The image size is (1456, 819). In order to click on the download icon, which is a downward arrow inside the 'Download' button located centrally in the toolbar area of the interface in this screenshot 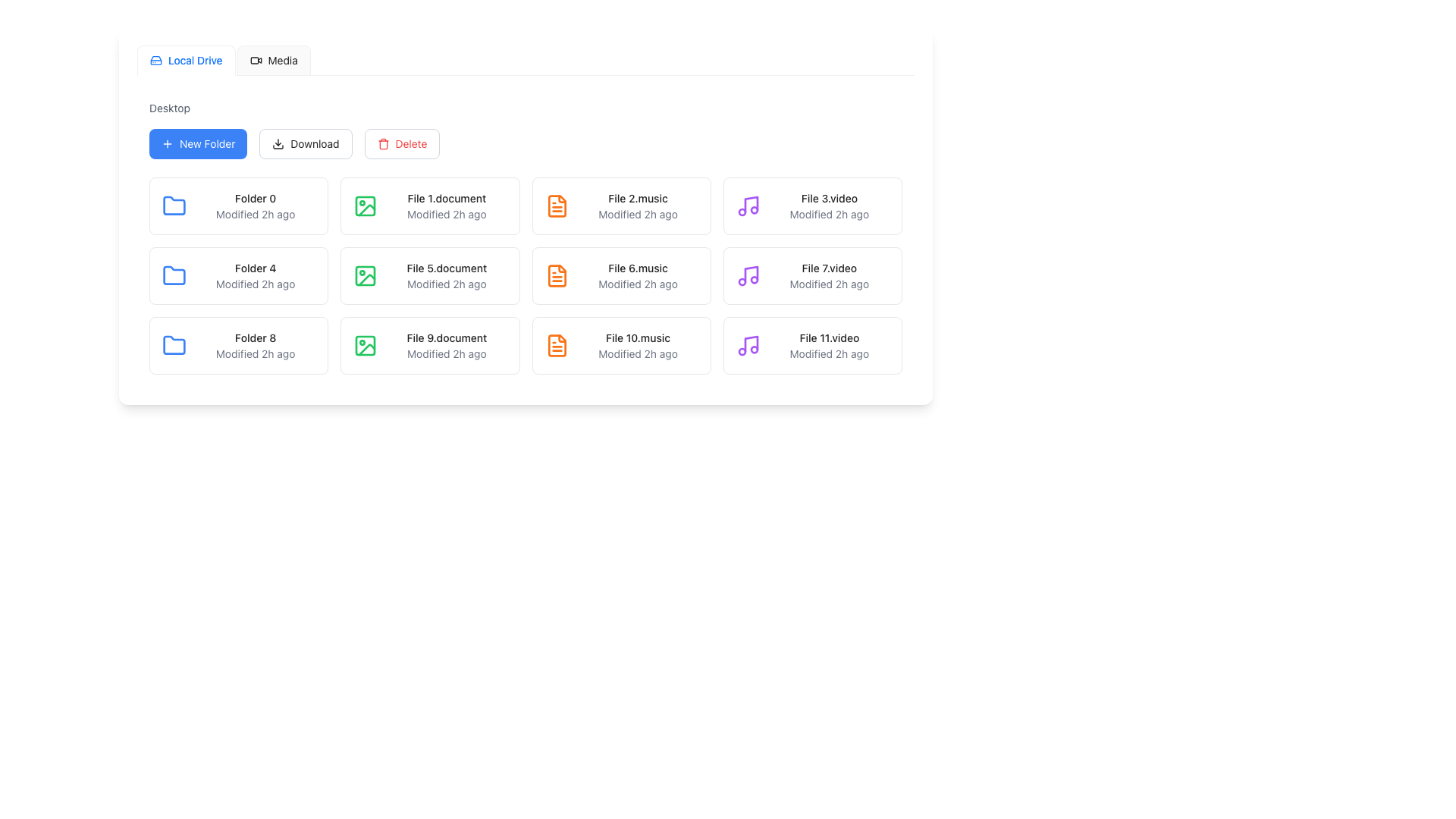, I will do `click(278, 143)`.